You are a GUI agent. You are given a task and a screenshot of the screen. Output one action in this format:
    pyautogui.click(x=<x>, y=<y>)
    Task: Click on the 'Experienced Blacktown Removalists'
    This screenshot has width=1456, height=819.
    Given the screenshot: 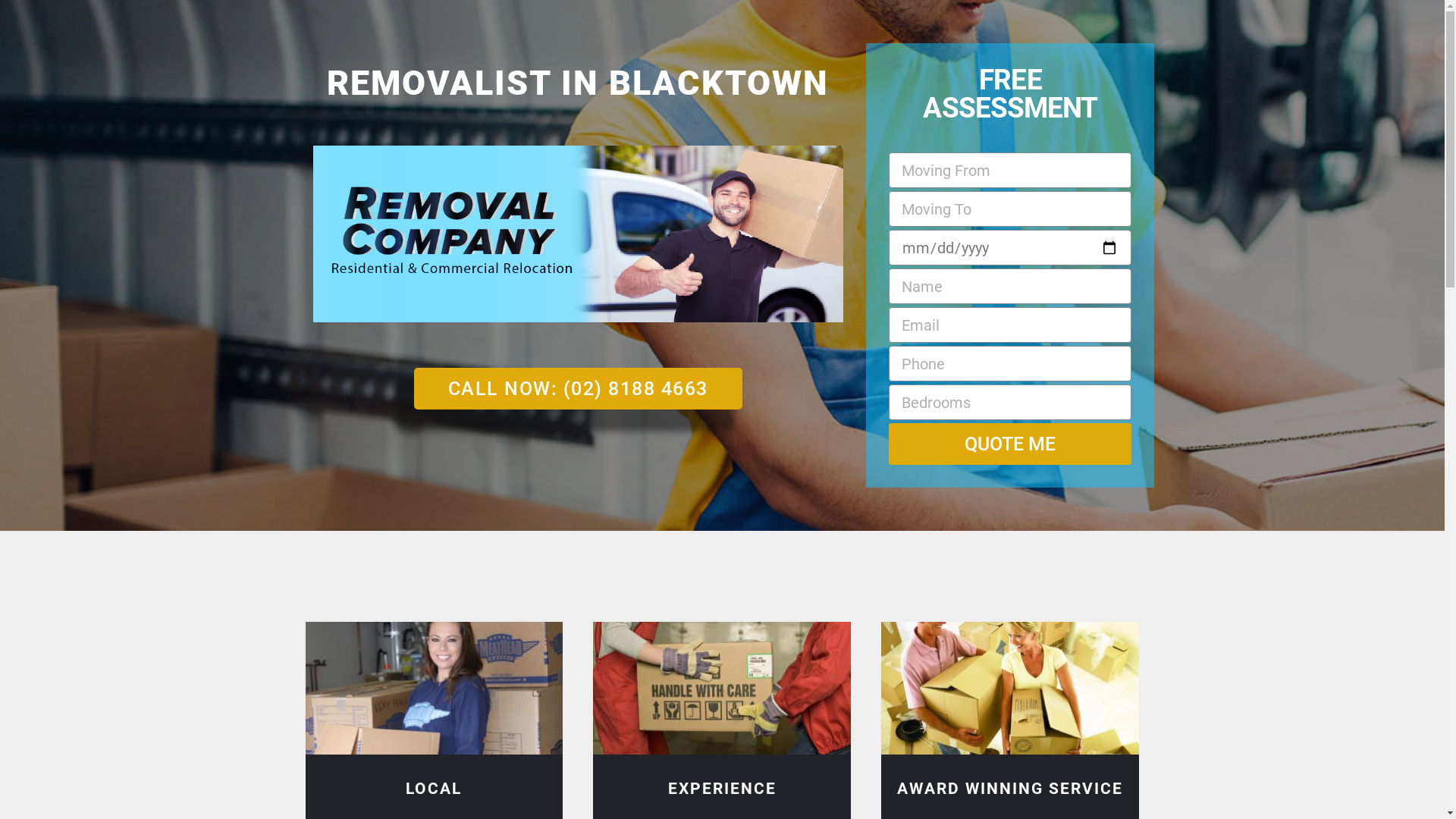 What is the action you would take?
    pyautogui.click(x=720, y=688)
    